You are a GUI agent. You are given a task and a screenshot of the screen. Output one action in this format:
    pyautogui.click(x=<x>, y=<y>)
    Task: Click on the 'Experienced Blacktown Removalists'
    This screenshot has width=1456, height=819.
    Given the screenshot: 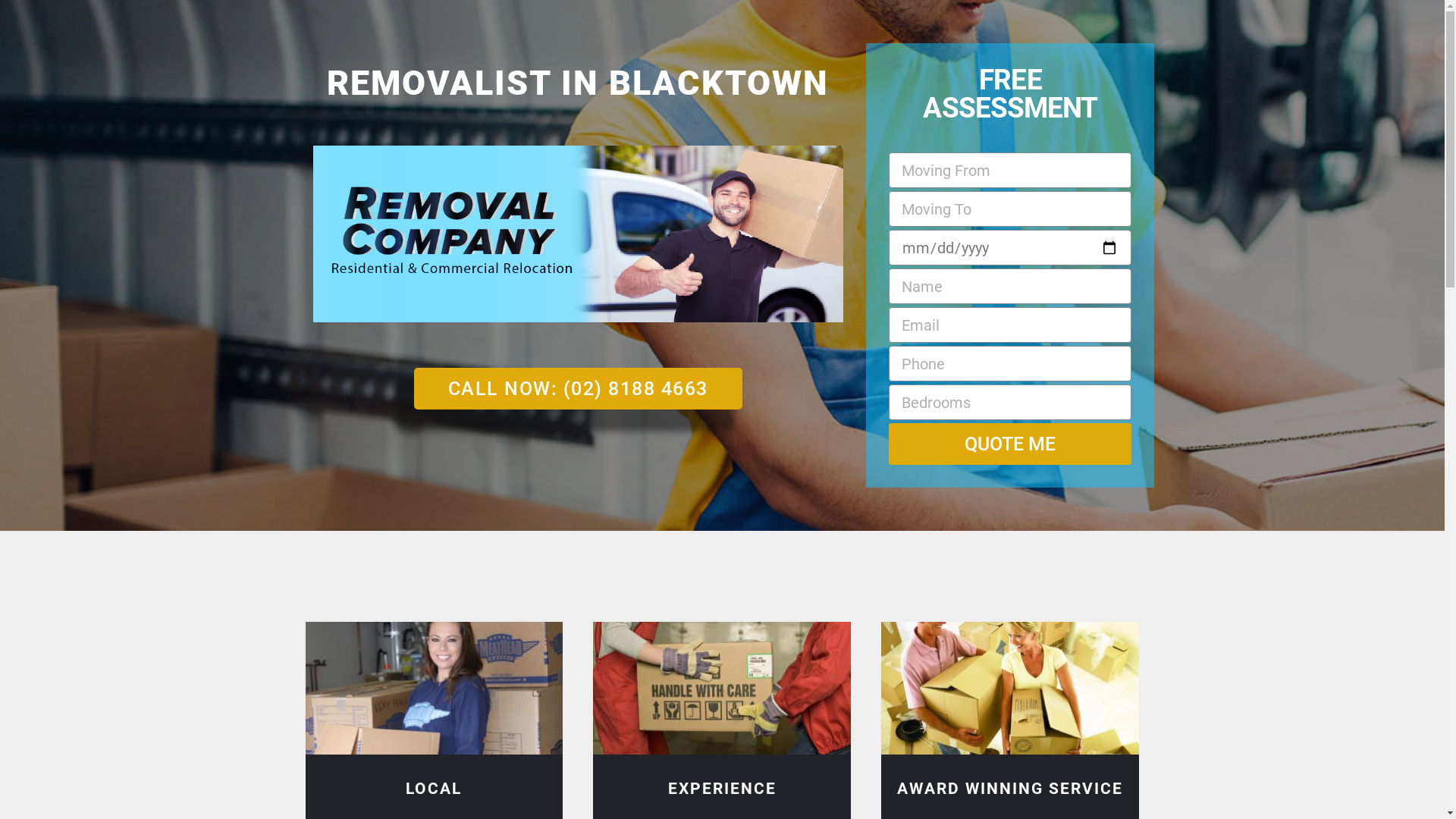 What is the action you would take?
    pyautogui.click(x=720, y=688)
    